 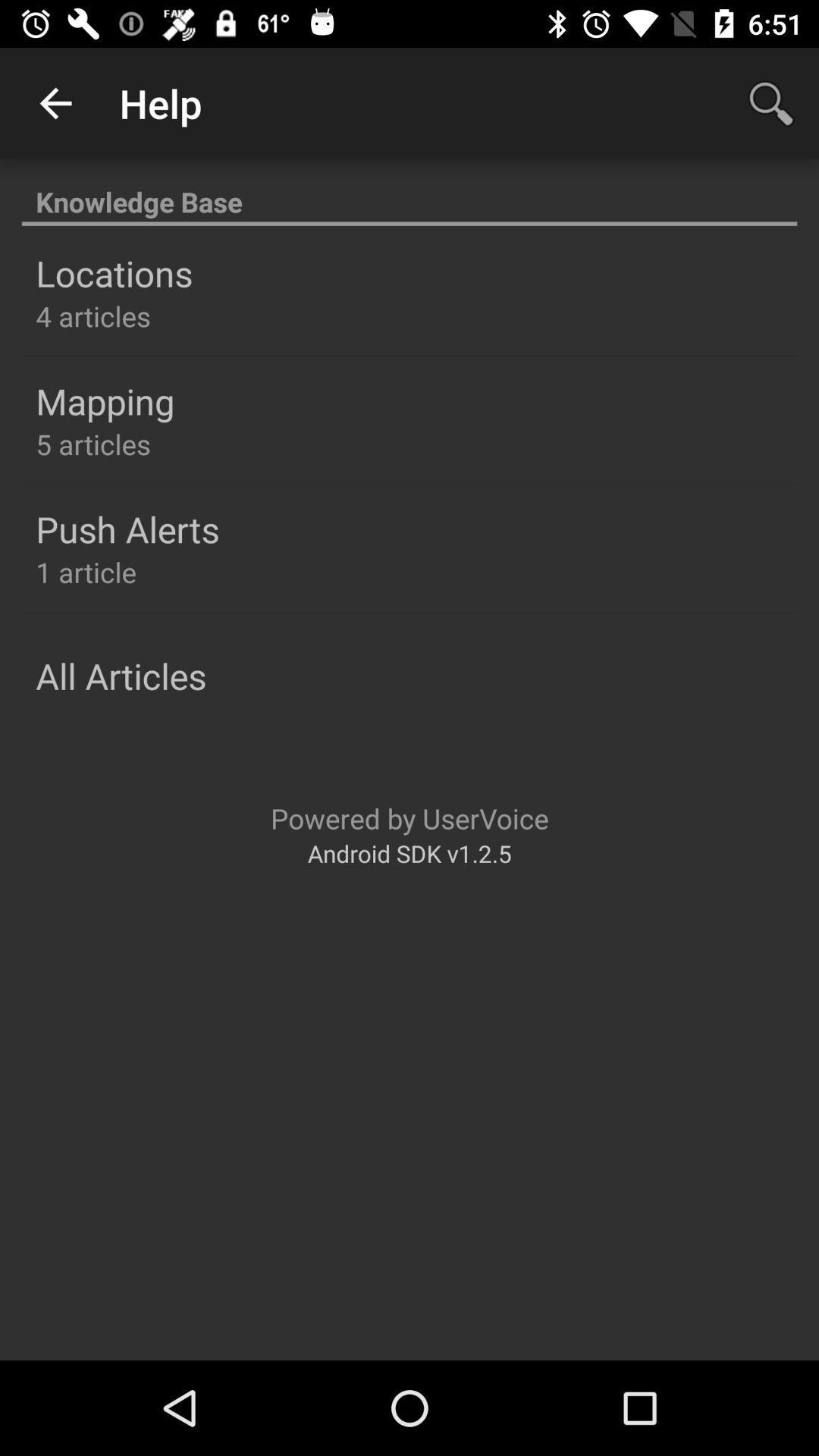 What do you see at coordinates (771, 102) in the screenshot?
I see `app next to help icon` at bounding box center [771, 102].